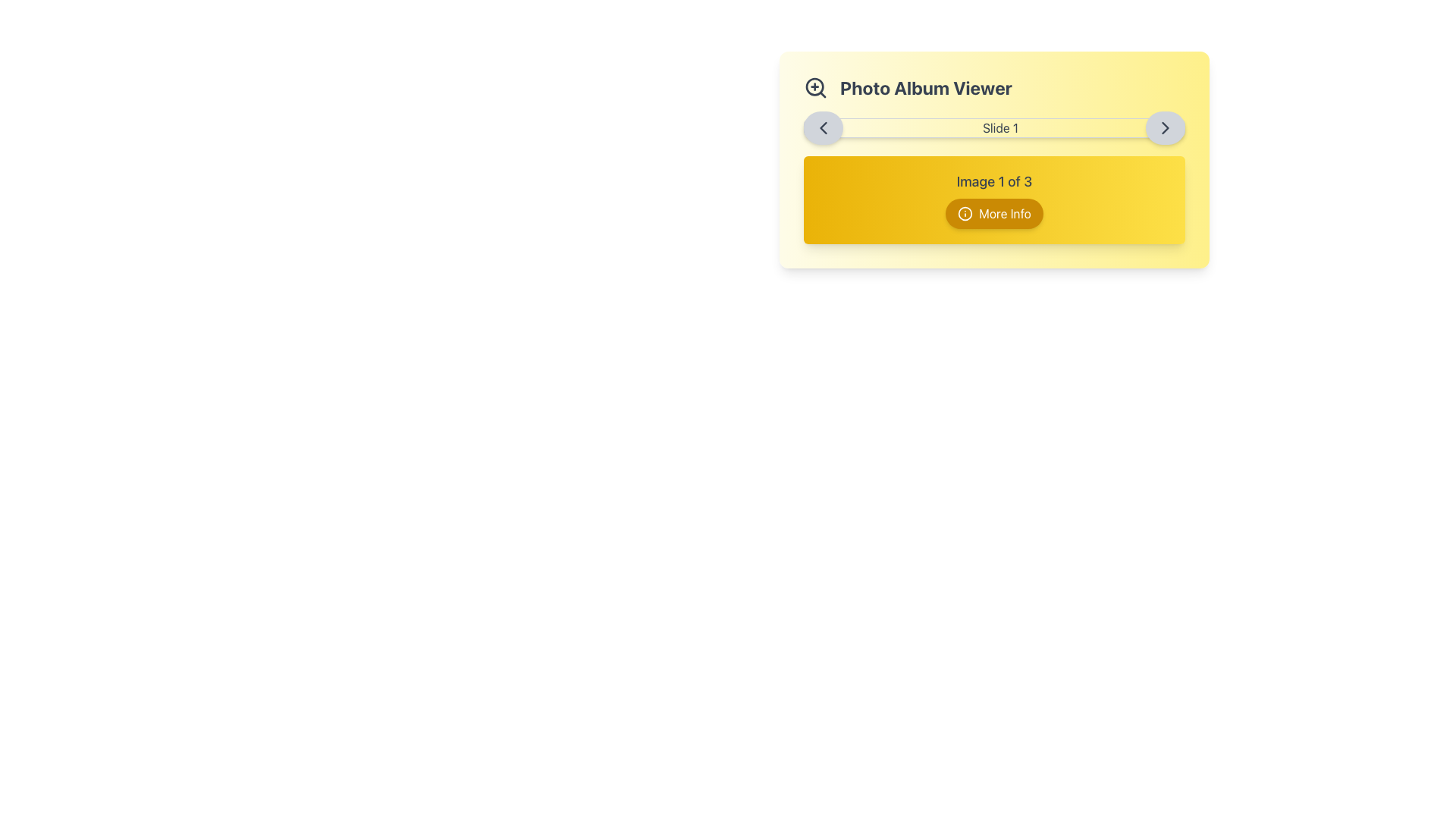  Describe the element at coordinates (994, 213) in the screenshot. I see `the rounded yellow button labeled 'More Info' with an icon of an encircled letter 'i'` at that location.